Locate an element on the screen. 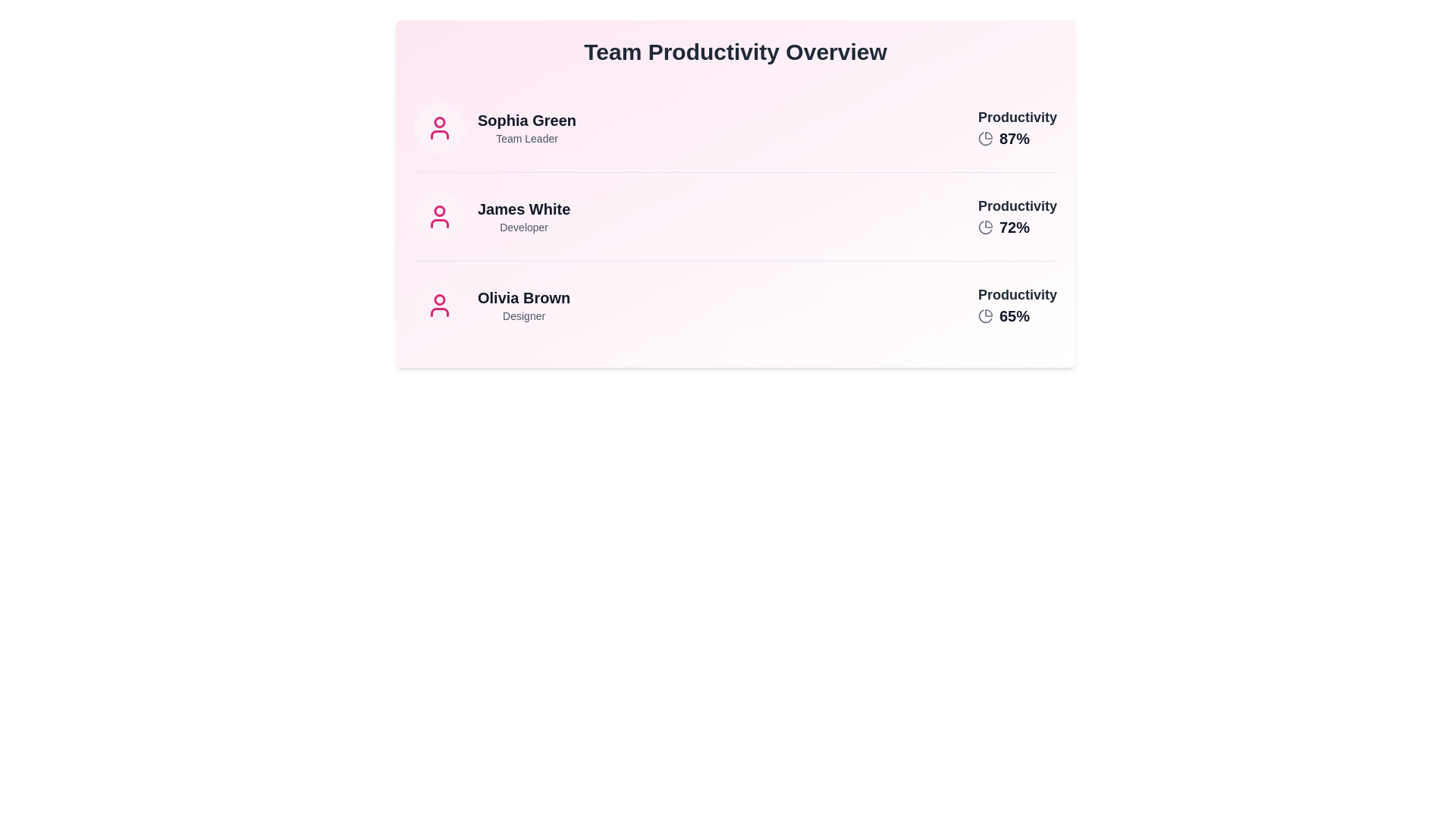 Image resolution: width=1456 pixels, height=819 pixels. the visual indicator representing user Olivia Brown, which is located on the far left of the row preceding the text 'Olivia Brown Designer' is located at coordinates (439, 305).